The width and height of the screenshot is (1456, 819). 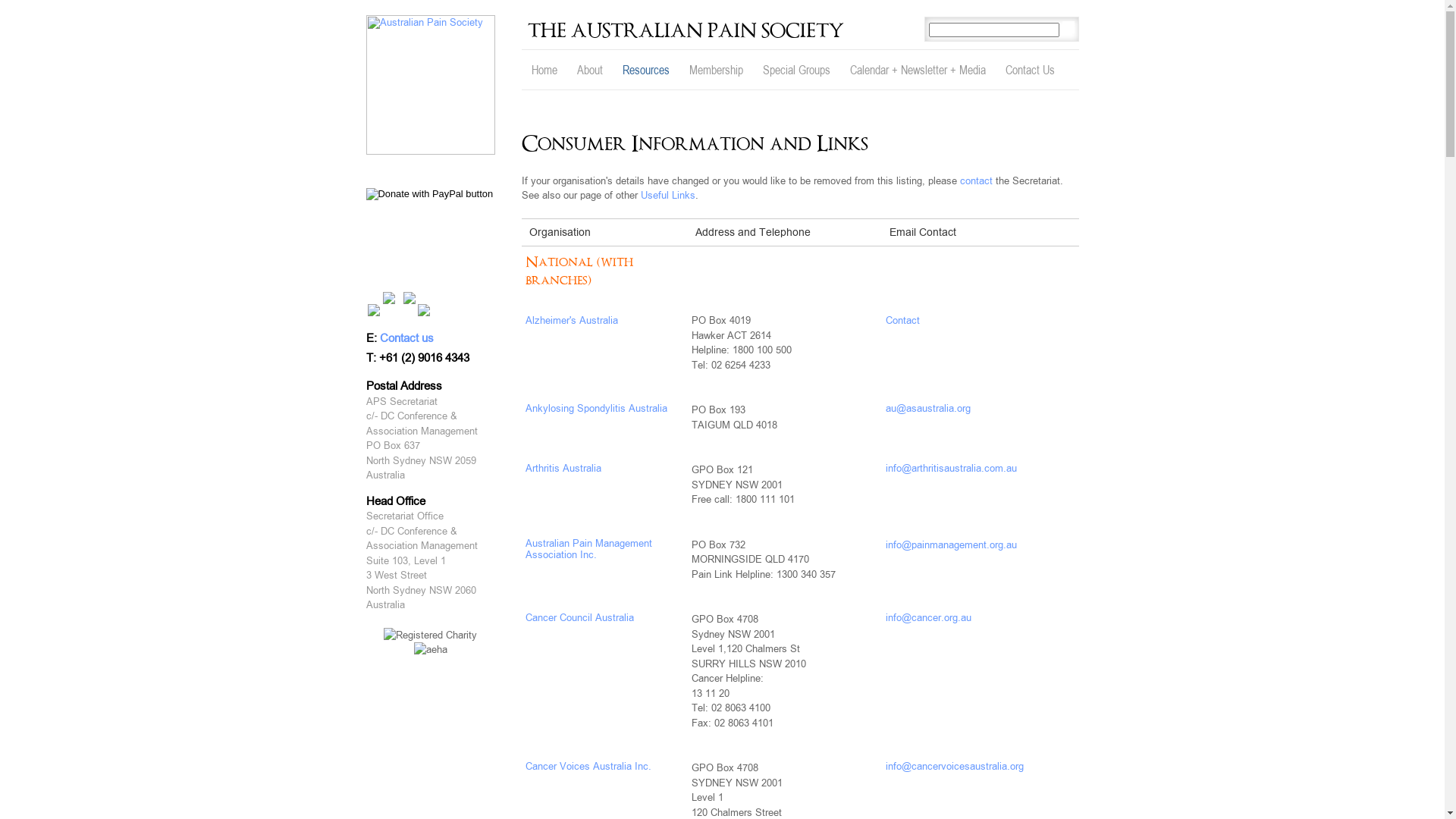 I want to click on 'Useful Links', so click(x=667, y=194).